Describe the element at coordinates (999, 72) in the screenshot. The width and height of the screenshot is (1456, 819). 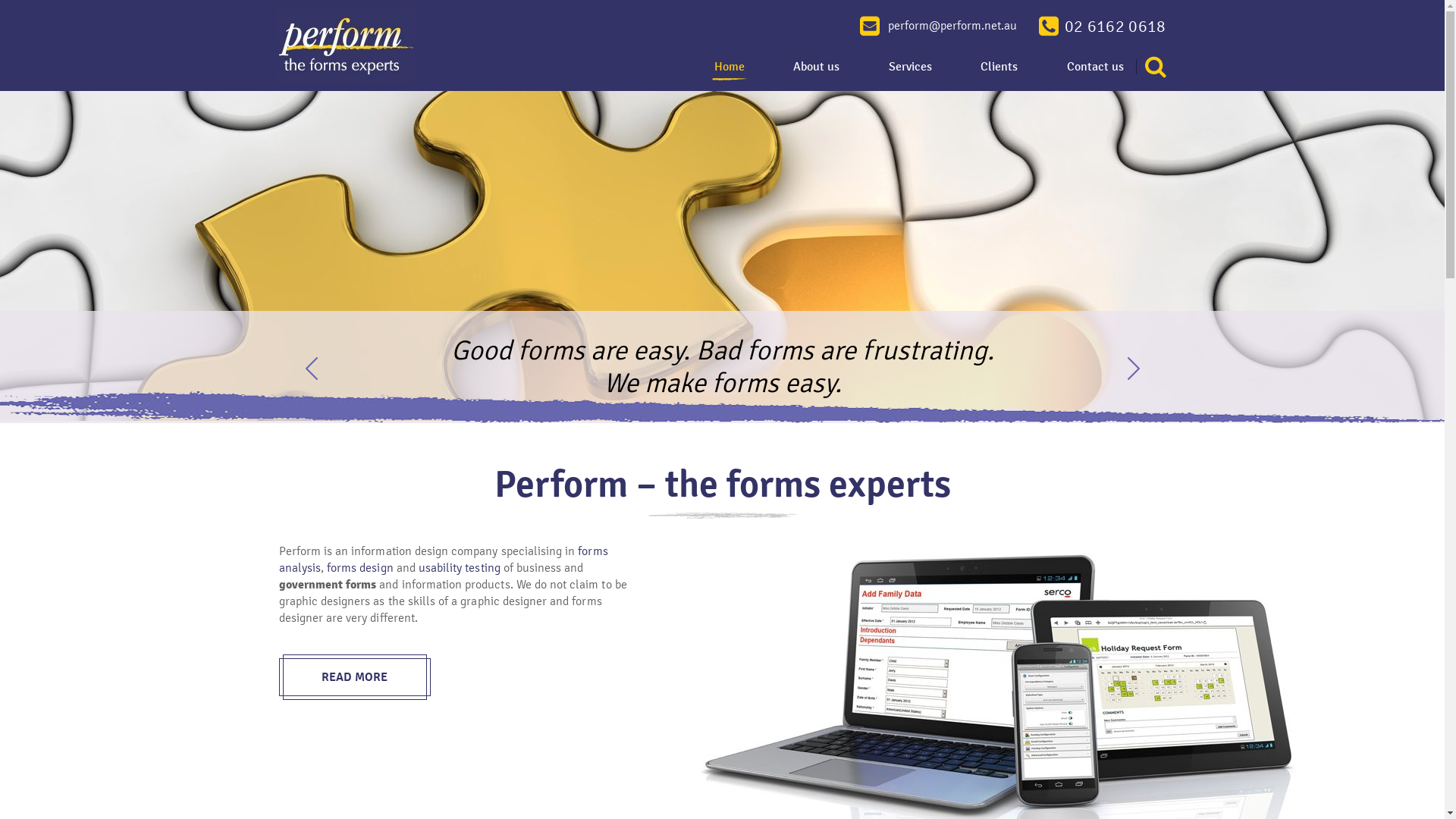
I see `'Clients'` at that location.